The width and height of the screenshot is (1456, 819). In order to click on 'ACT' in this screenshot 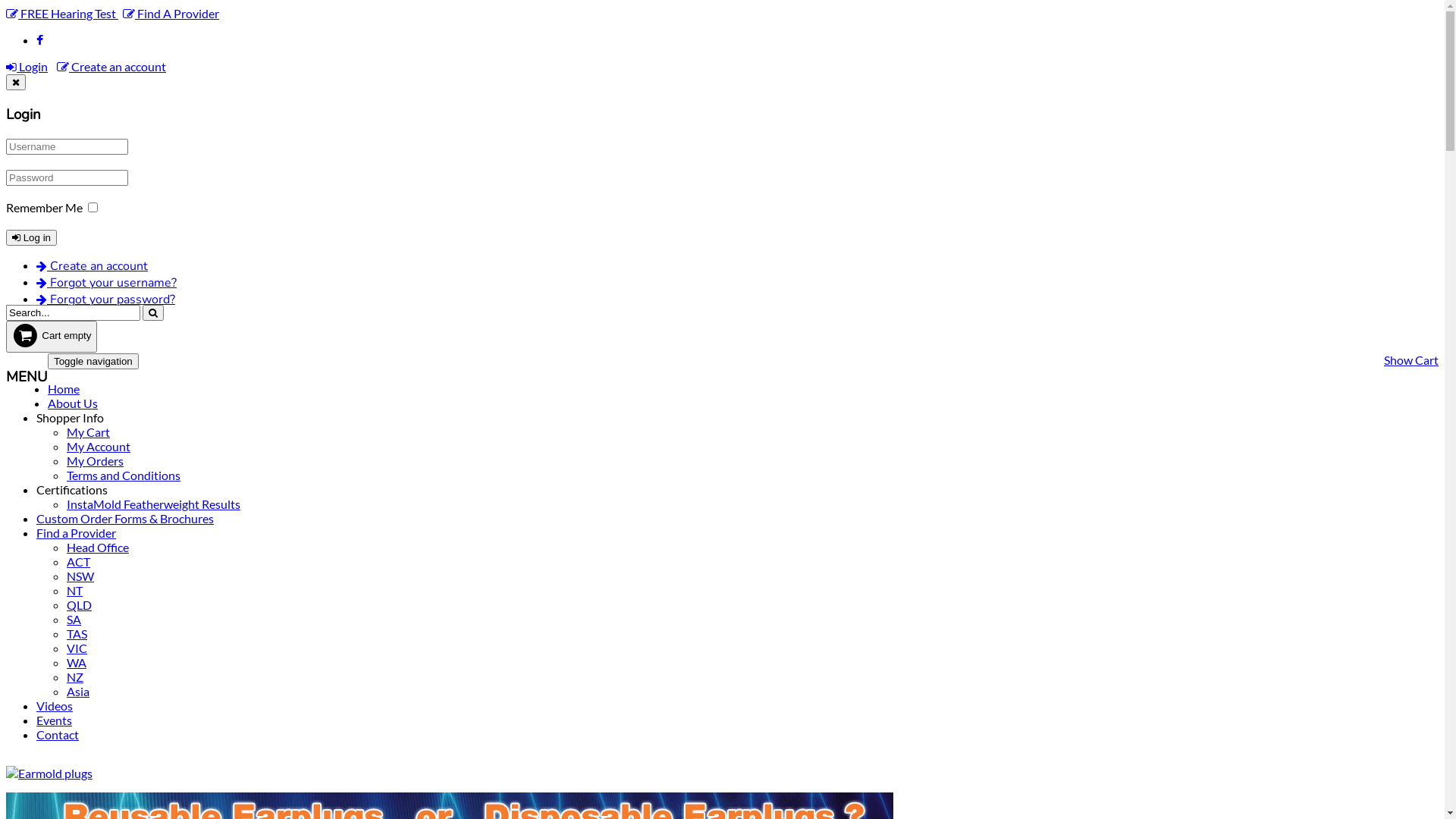, I will do `click(77, 561)`.